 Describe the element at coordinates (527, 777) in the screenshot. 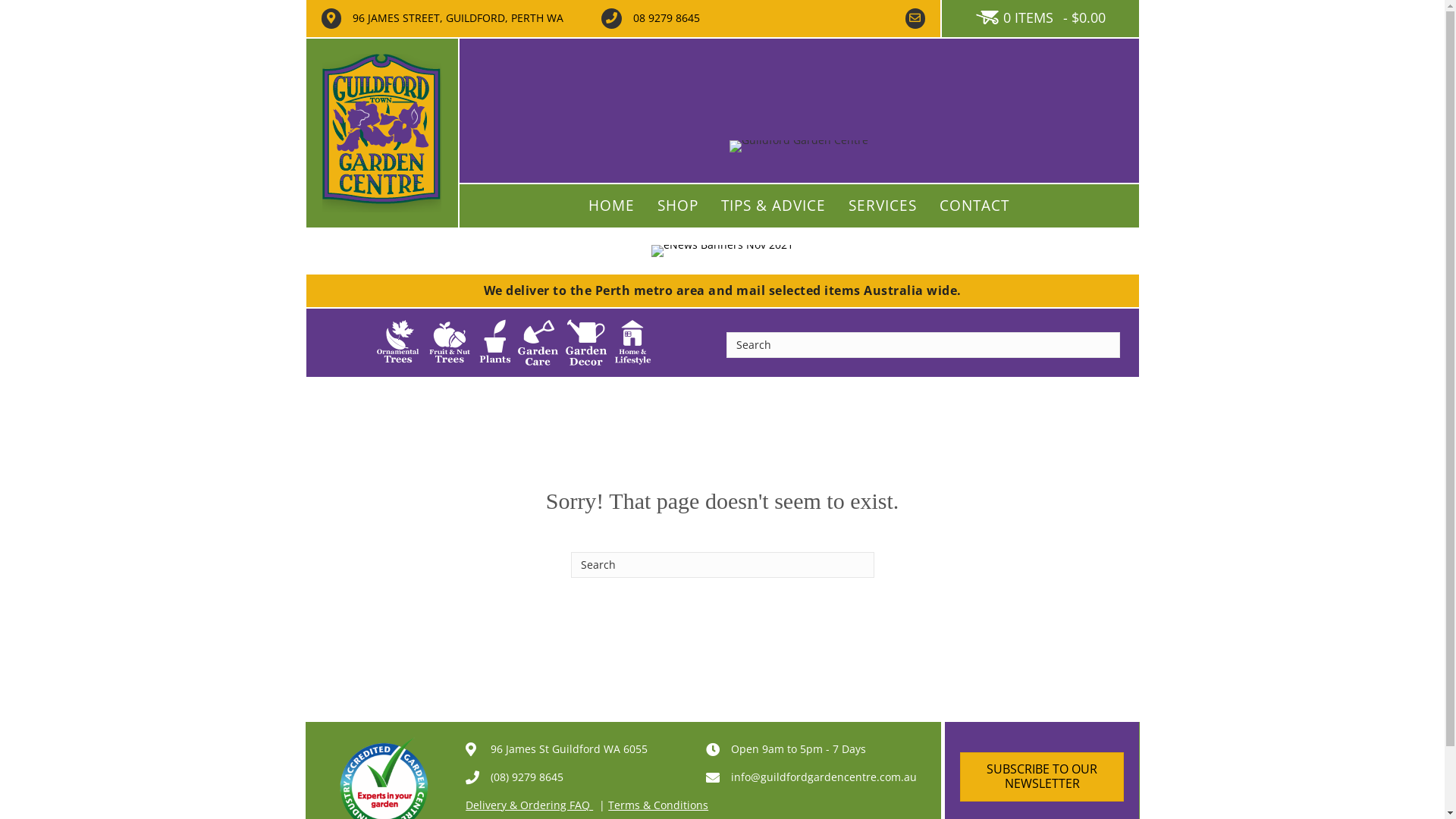

I see `'(08) 9279 8645'` at that location.